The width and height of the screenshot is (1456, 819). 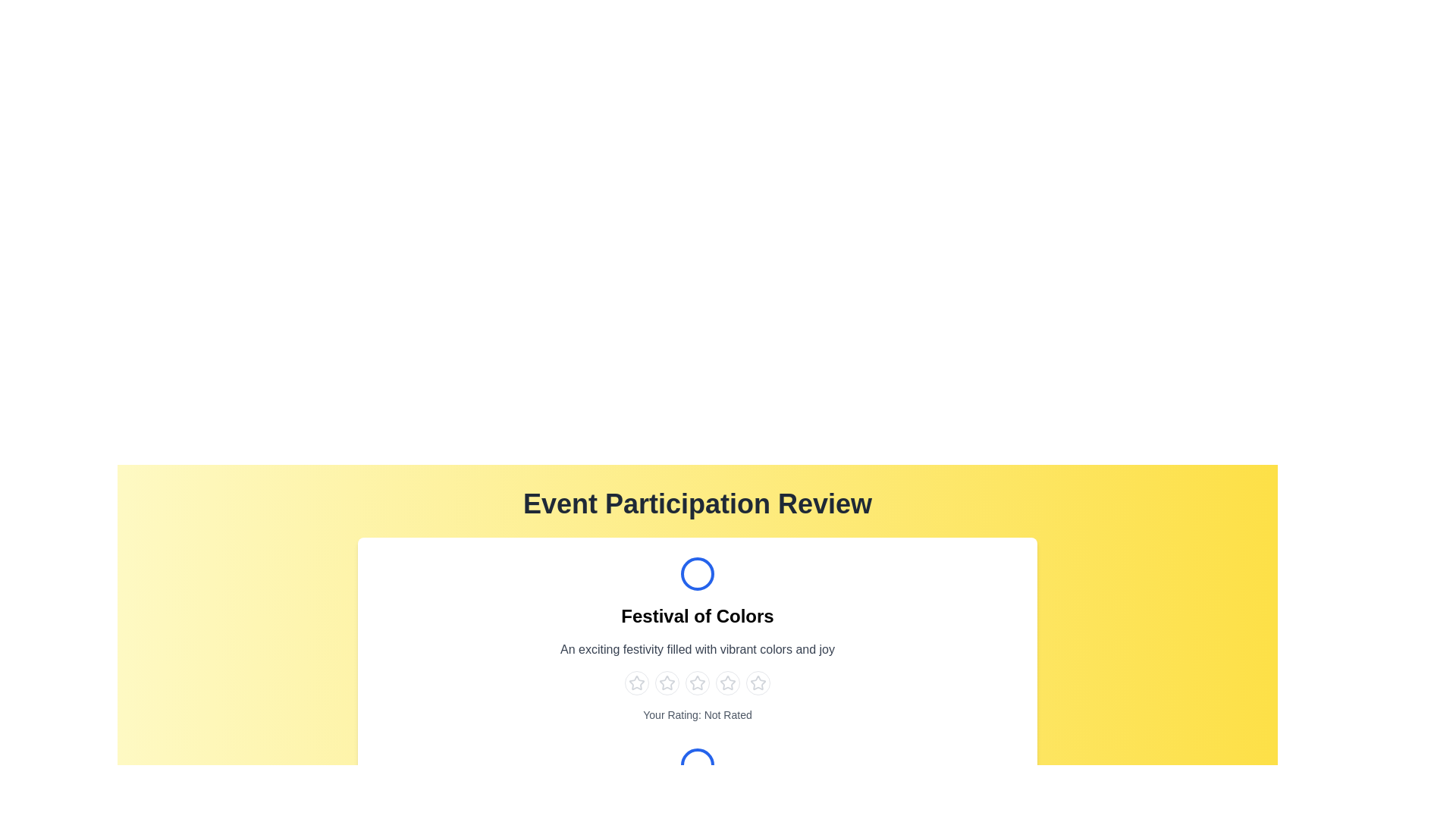 What do you see at coordinates (637, 683) in the screenshot?
I see `the star corresponding to the rating 1 for the event` at bounding box center [637, 683].